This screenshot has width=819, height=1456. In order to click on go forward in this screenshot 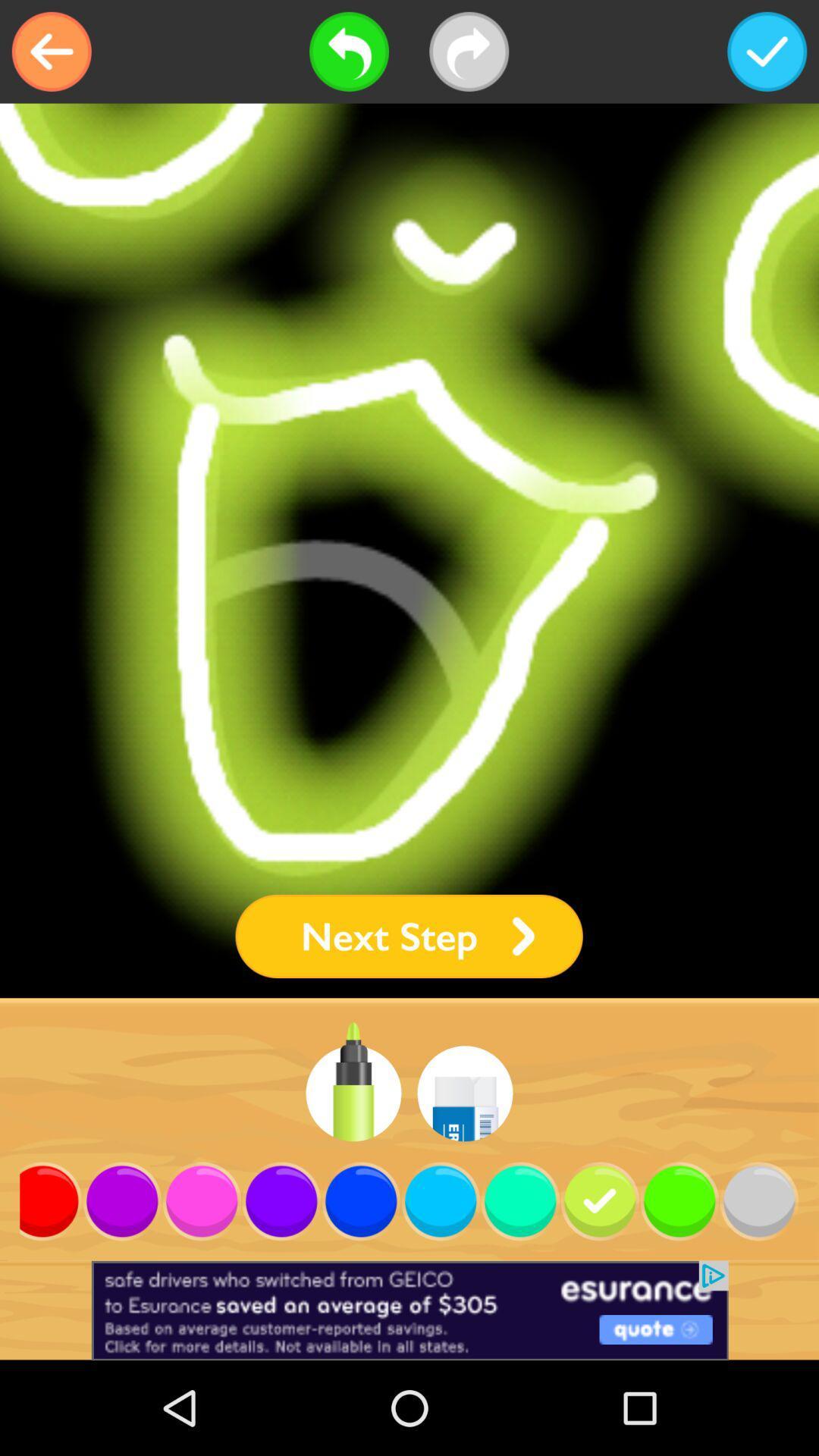, I will do `click(468, 52)`.